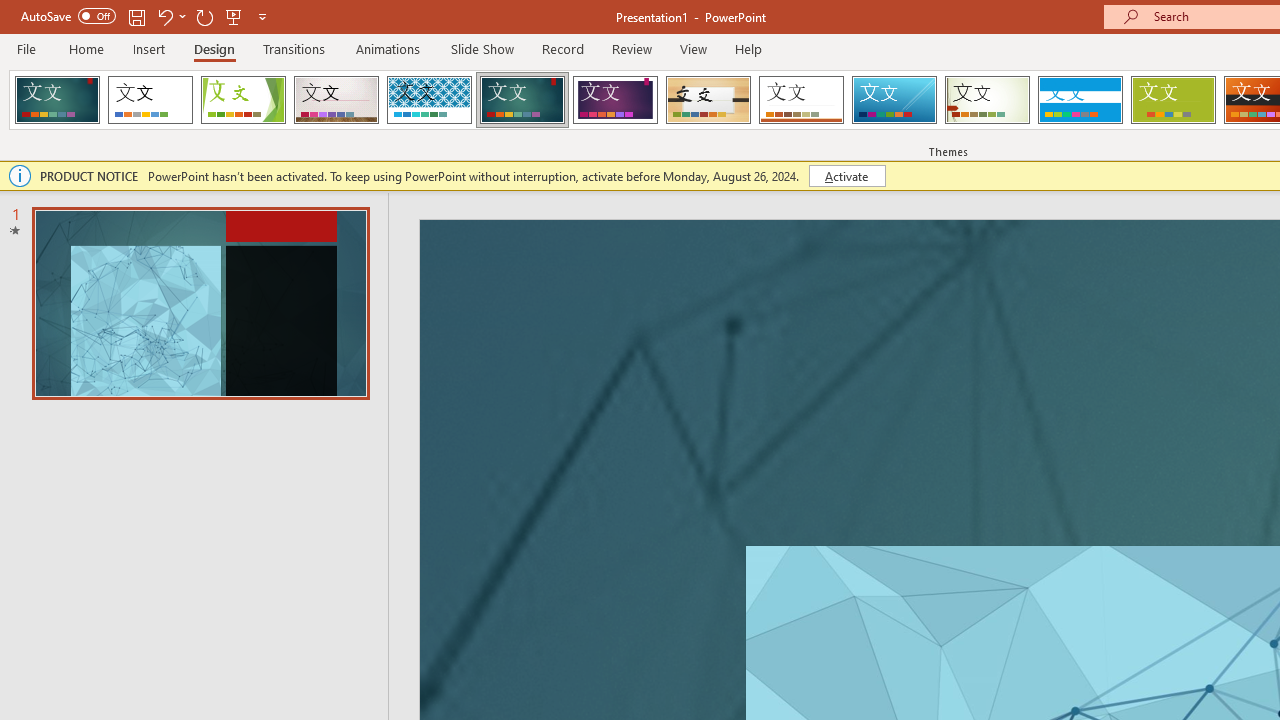 This screenshot has width=1280, height=720. Describe the element at coordinates (1079, 100) in the screenshot. I see `'Banded'` at that location.